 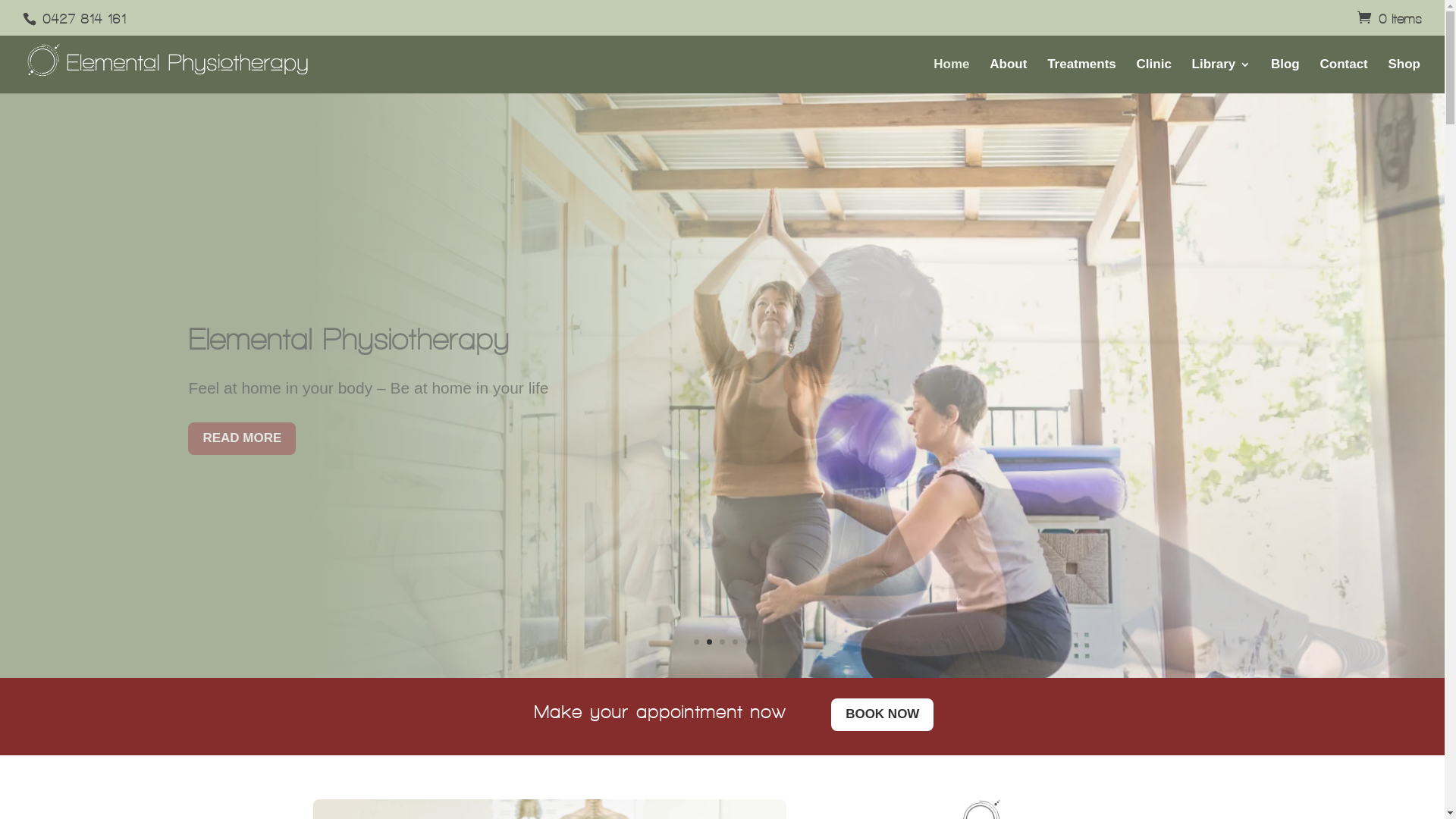 What do you see at coordinates (1008, 76) in the screenshot?
I see `'About'` at bounding box center [1008, 76].